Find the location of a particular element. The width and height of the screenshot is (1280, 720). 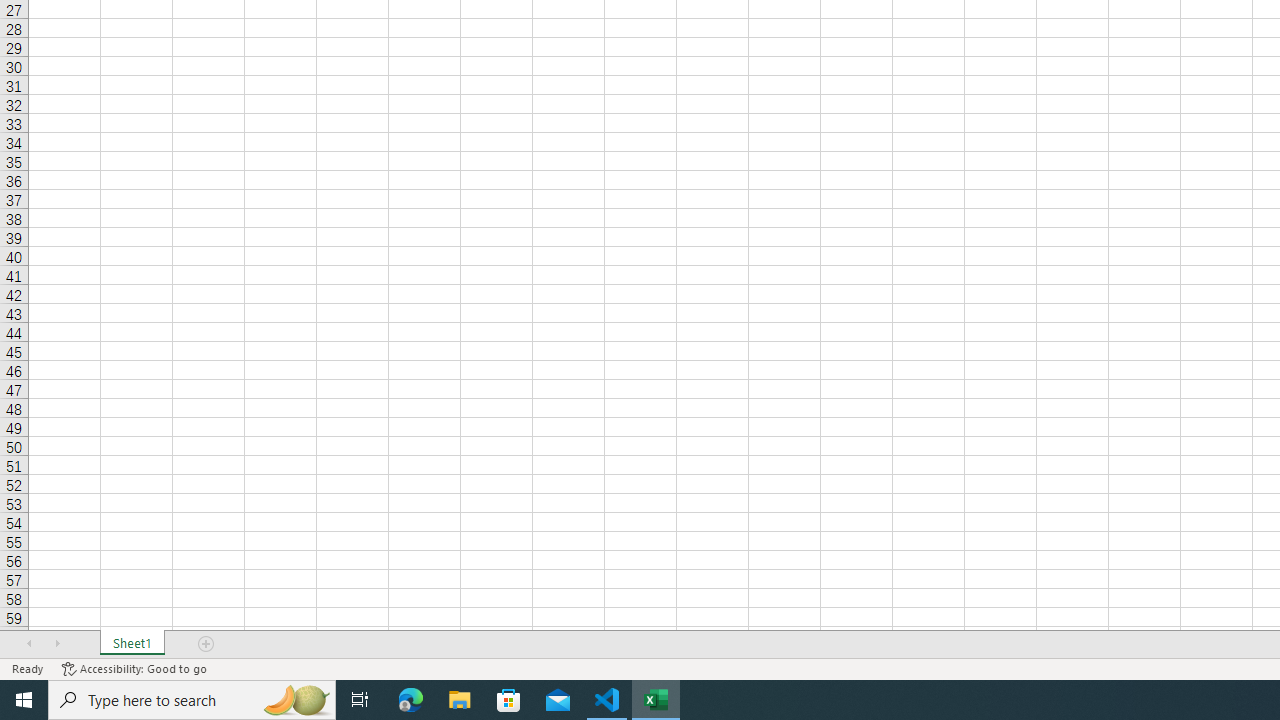

'Sheet1' is located at coordinates (131, 644).